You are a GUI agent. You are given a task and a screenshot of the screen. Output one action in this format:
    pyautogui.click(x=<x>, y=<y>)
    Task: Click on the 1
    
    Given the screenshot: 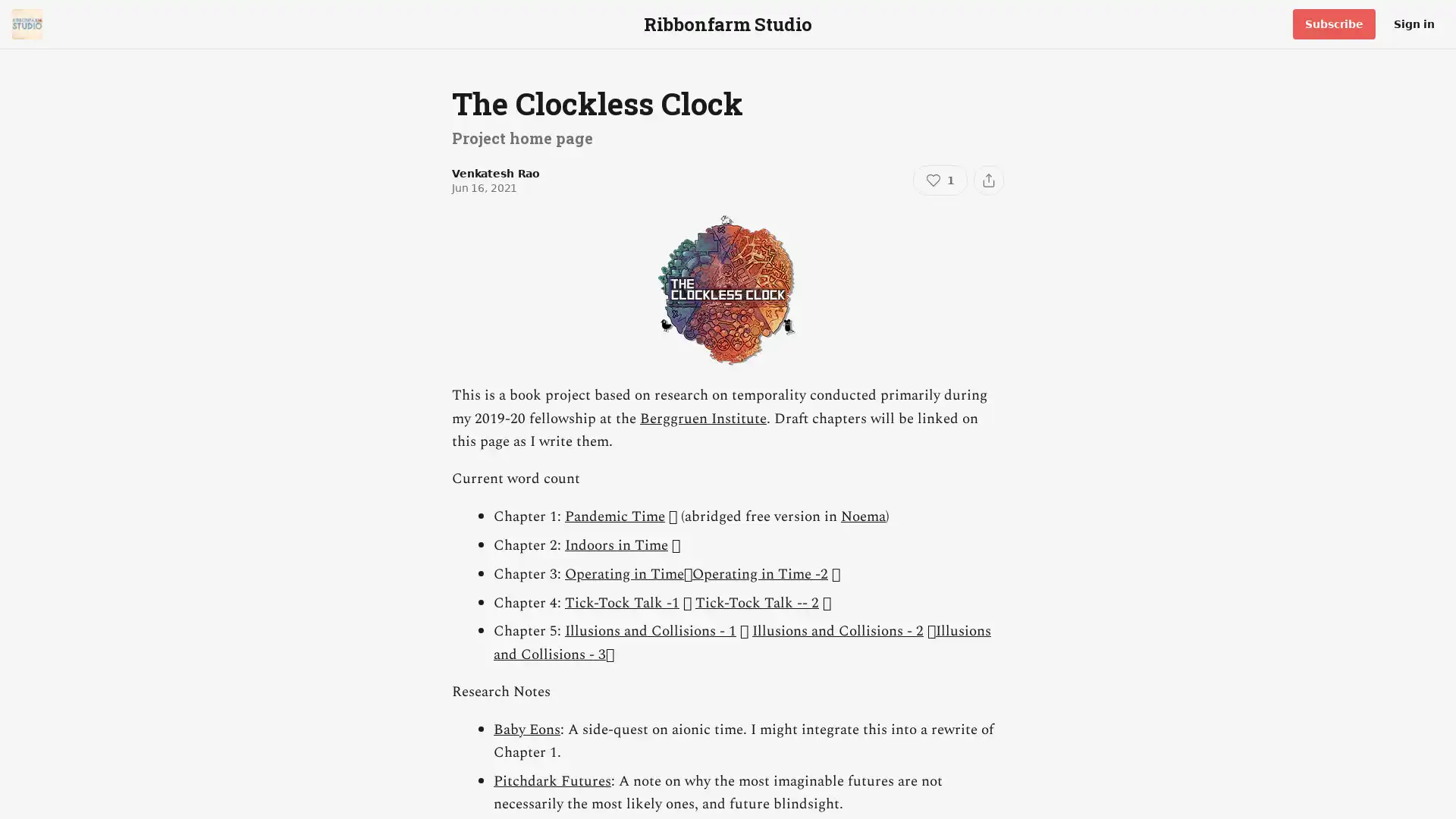 What is the action you would take?
    pyautogui.click(x=939, y=180)
    